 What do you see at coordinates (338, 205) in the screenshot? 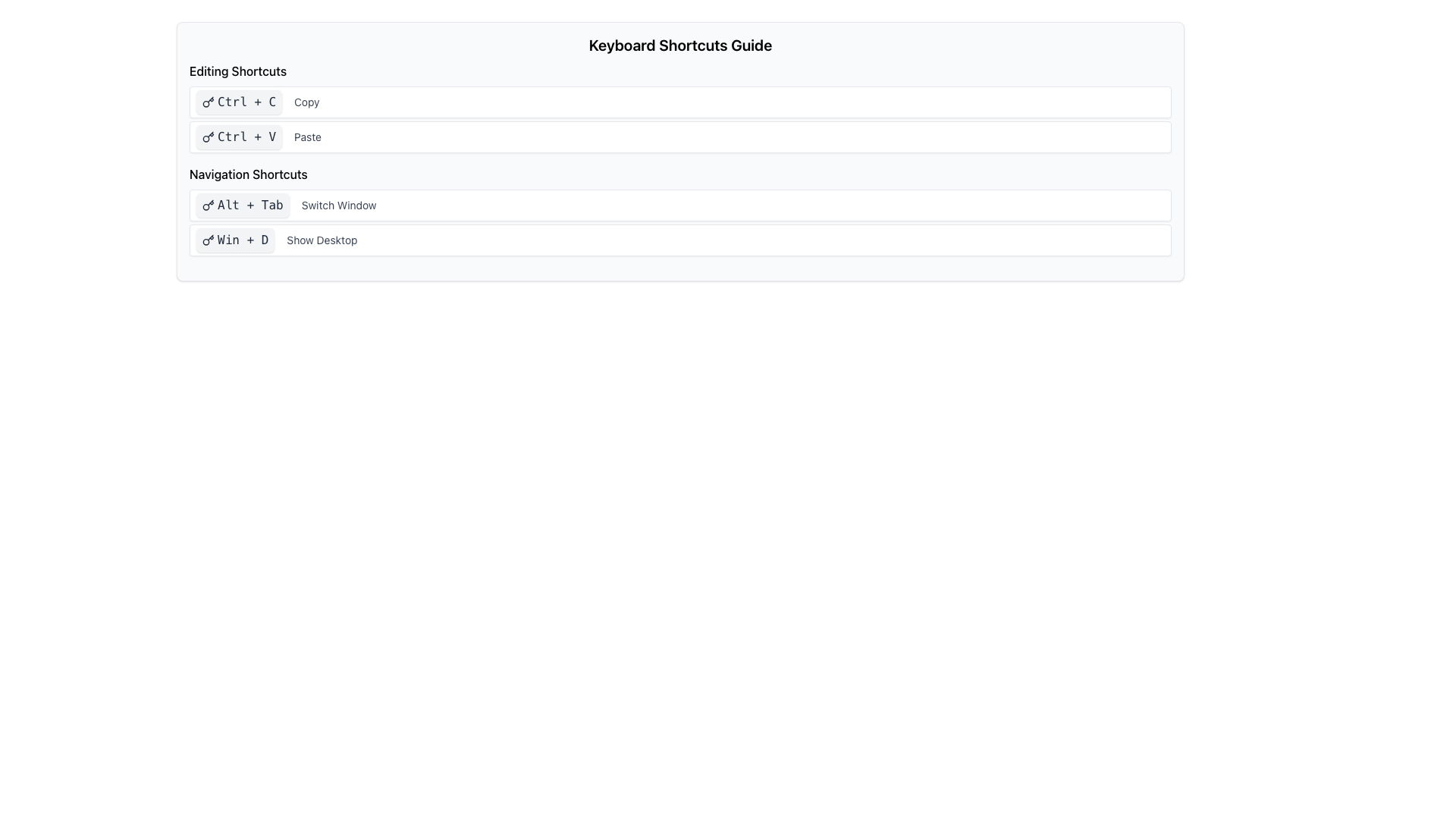
I see `the second text label describing the 'Alt + Tab' keyboard shortcut, which is located to the right of the 'Alt + Tab' label under 'Navigation Shortcuts'` at bounding box center [338, 205].